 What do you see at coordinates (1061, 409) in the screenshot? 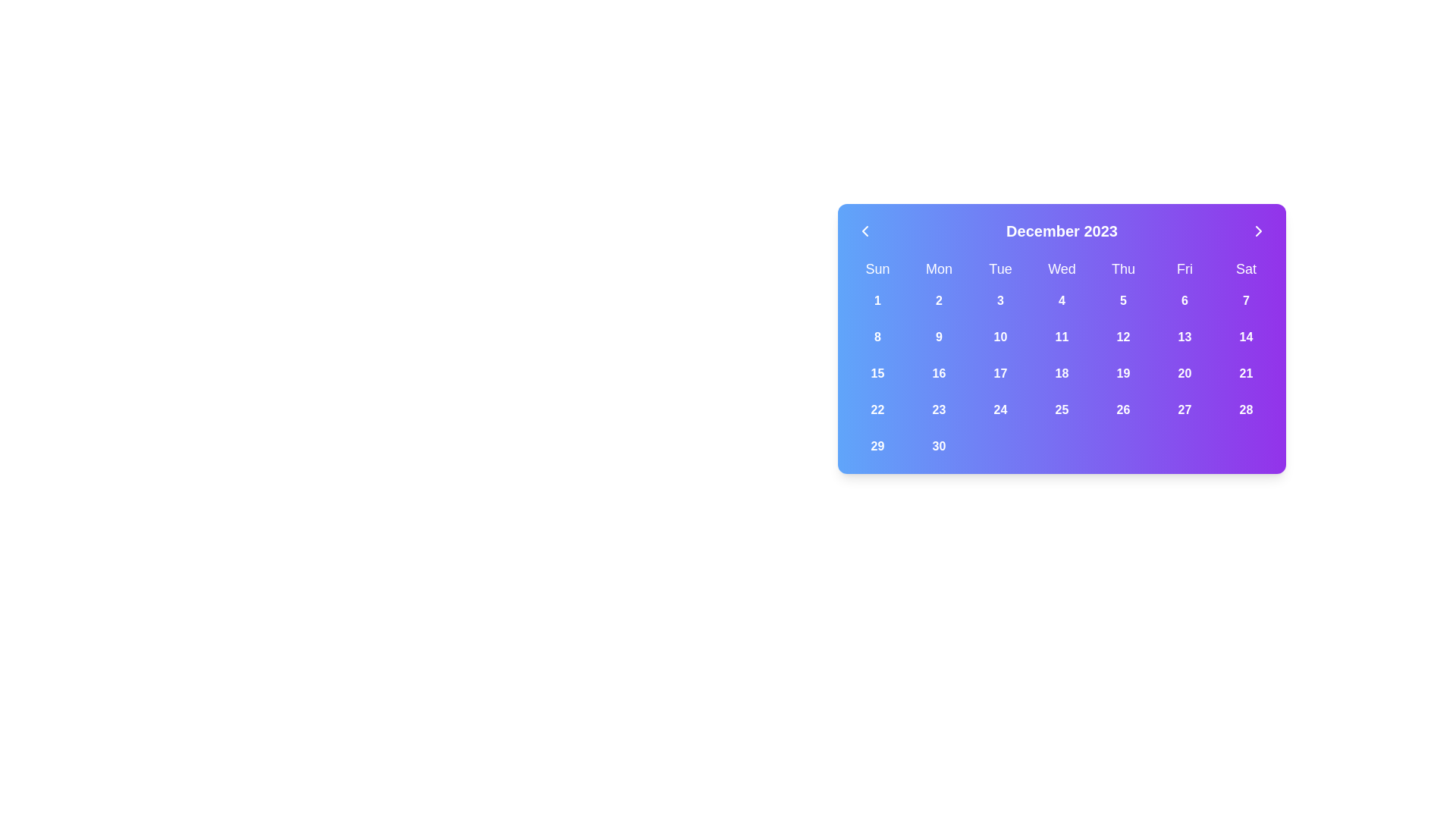
I see `the rectangular button with rounded corners labeled '25' in the calendar grid under the 'Wed' column` at bounding box center [1061, 409].